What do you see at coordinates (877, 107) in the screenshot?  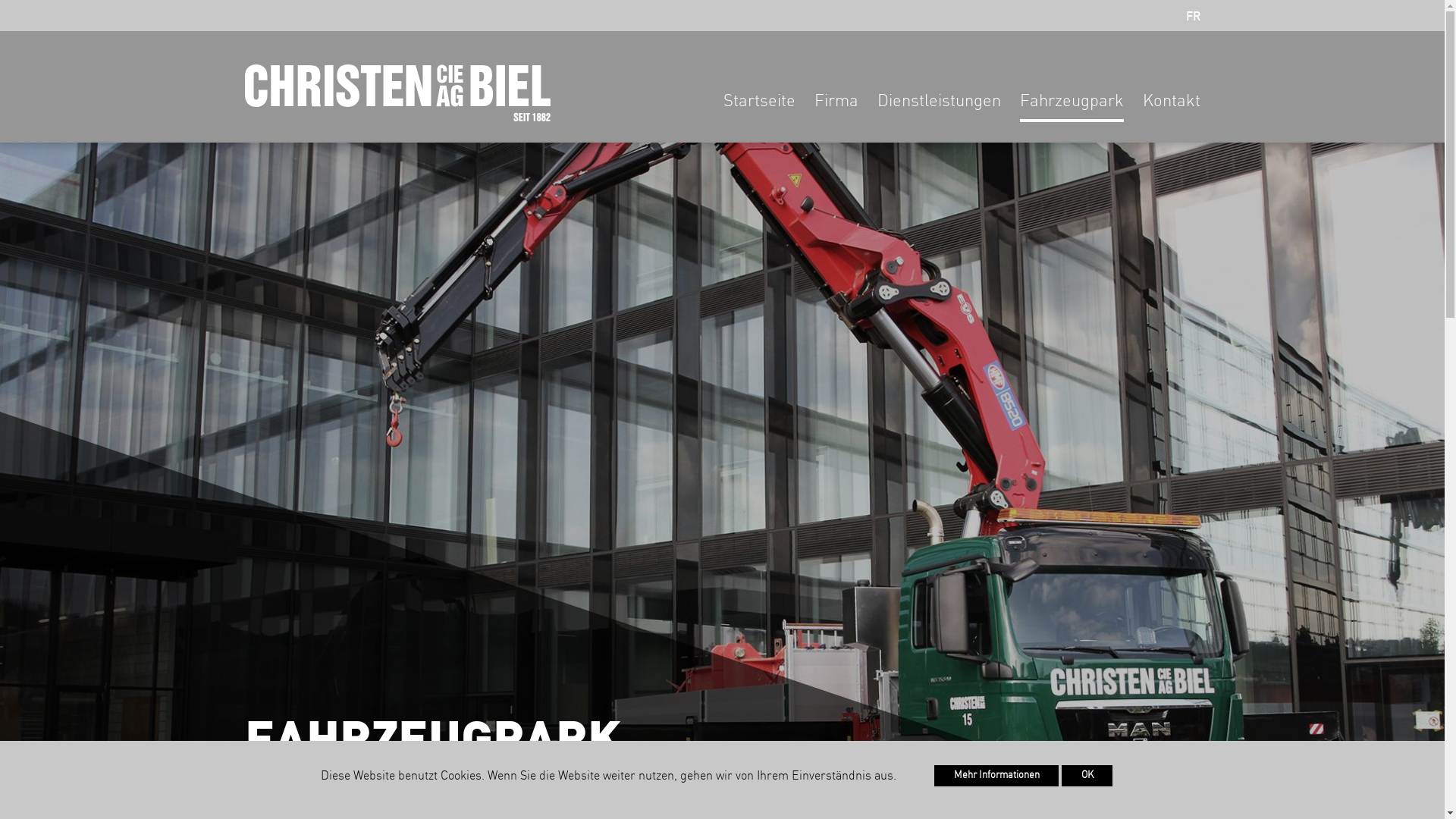 I see `'Dienstleistungen'` at bounding box center [877, 107].